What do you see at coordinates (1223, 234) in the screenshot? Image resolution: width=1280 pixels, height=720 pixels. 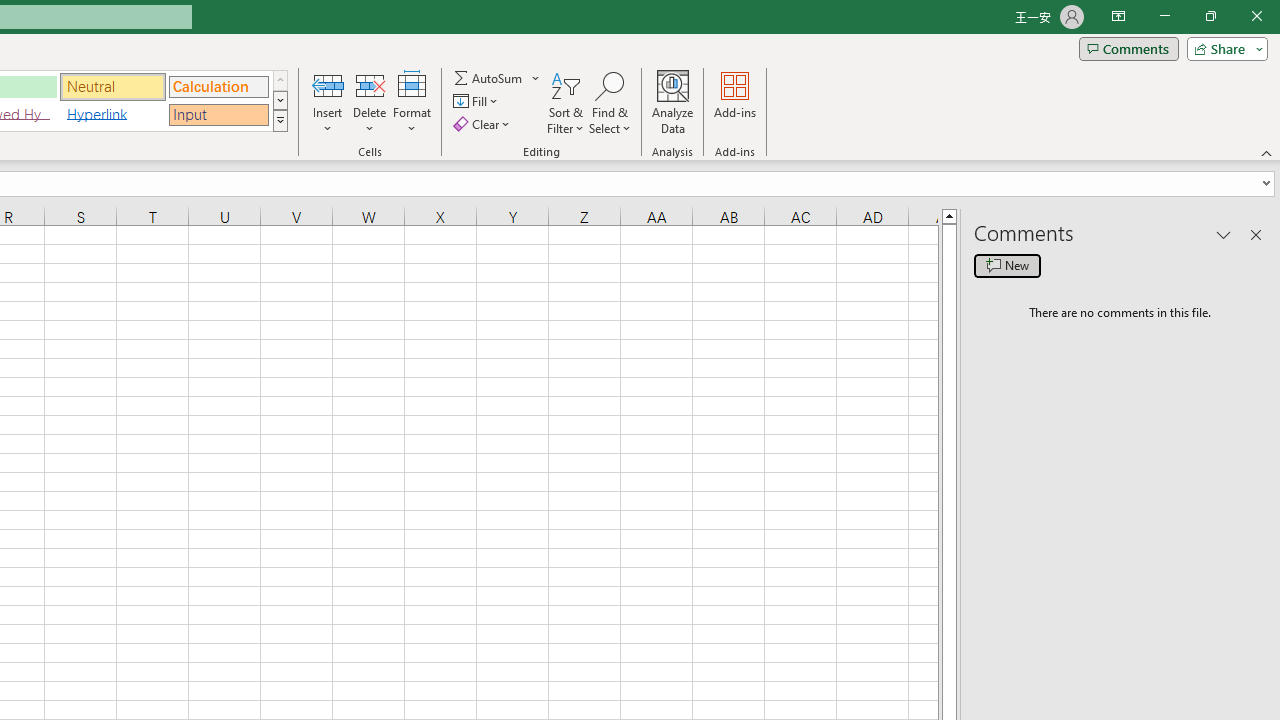 I see `'Task Pane Options'` at bounding box center [1223, 234].